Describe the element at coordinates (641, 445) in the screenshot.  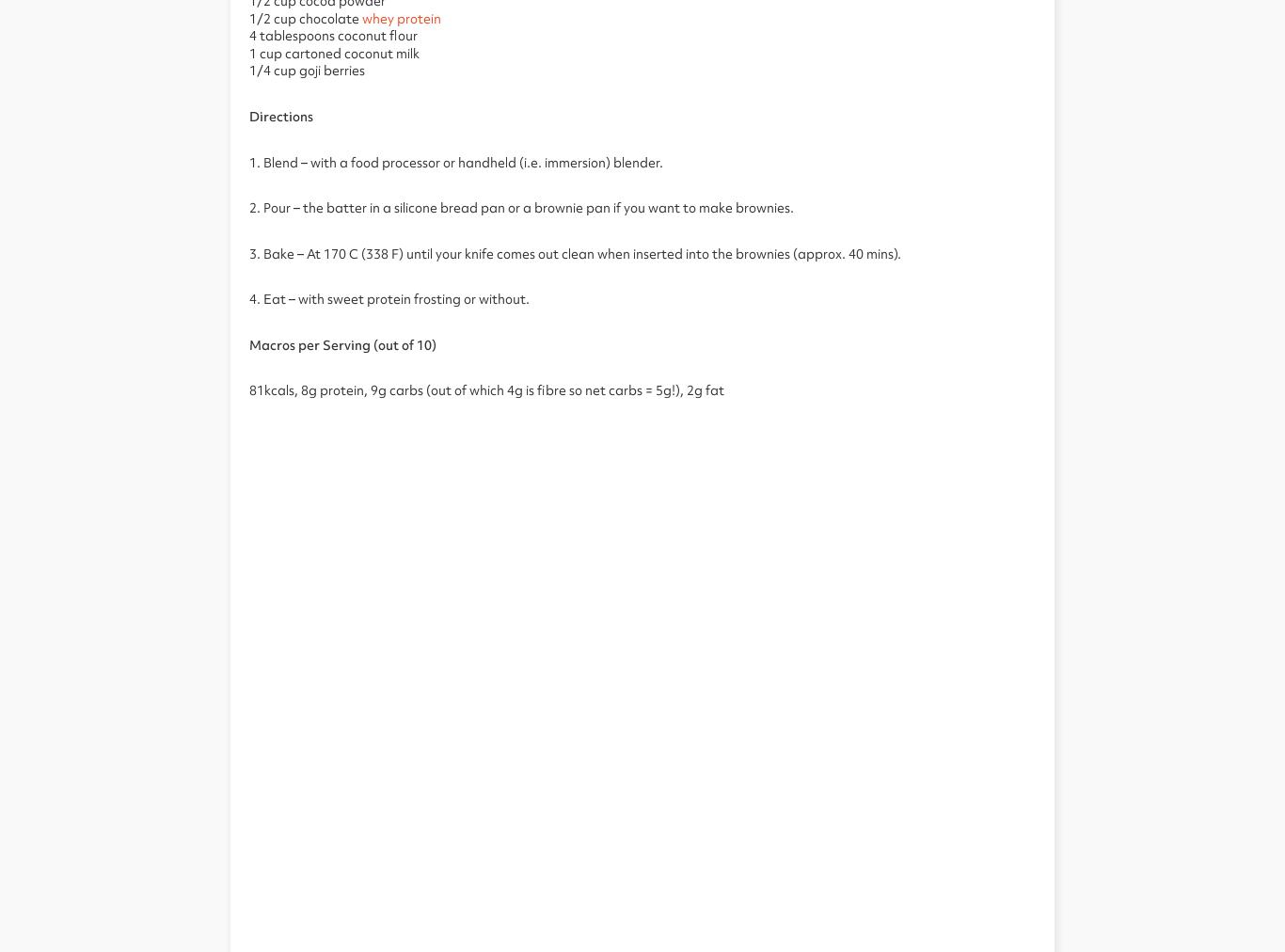
I see `'© 2023 The Locker Room. All Rights Reserved. Protein Works is a trading name of Class Delta Ltd. Registered in England & Wales. Company No. 8170845'` at that location.